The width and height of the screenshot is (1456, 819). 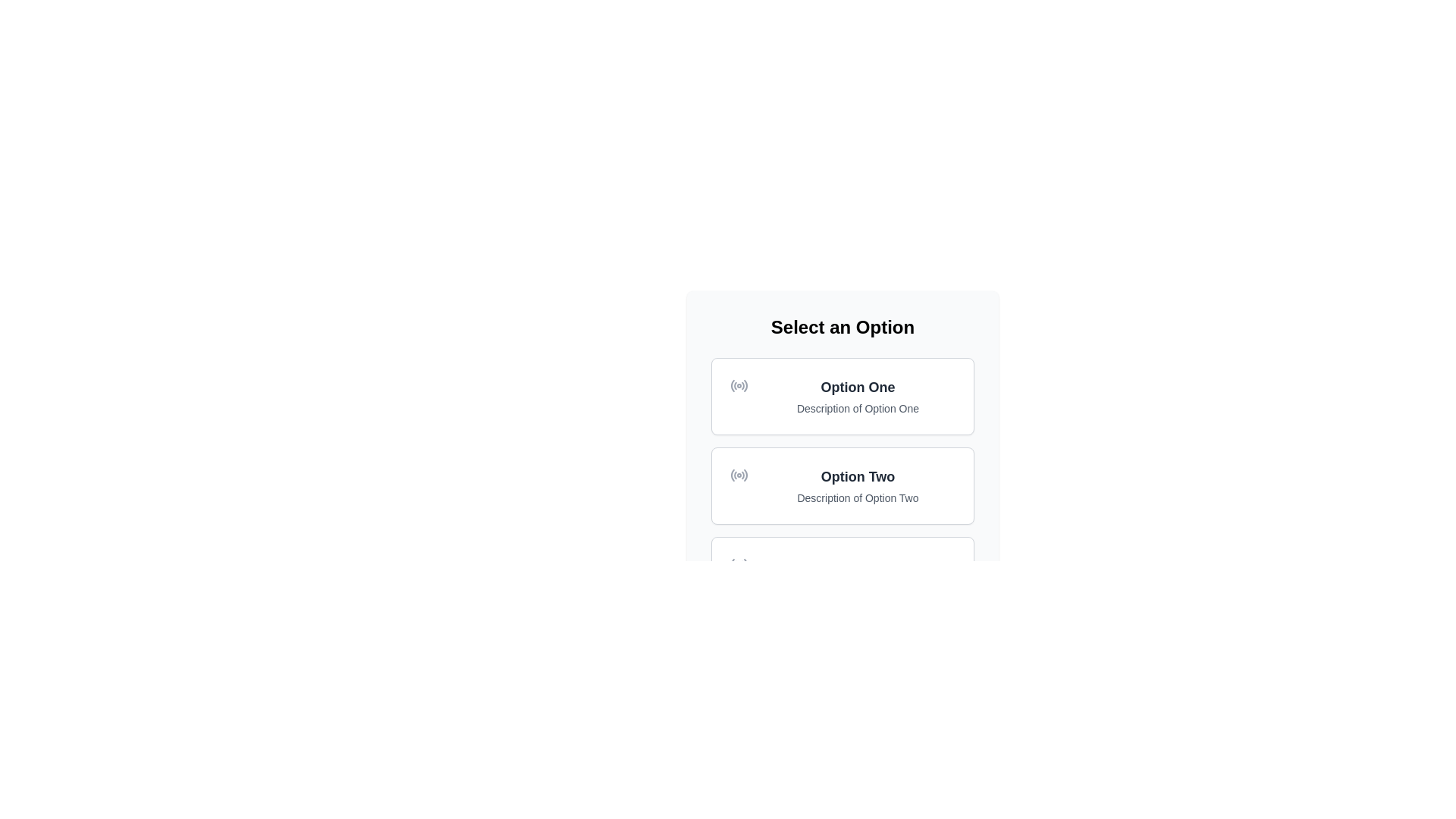 I want to click on the Labeled Option titled 'Option One', so click(x=858, y=396).